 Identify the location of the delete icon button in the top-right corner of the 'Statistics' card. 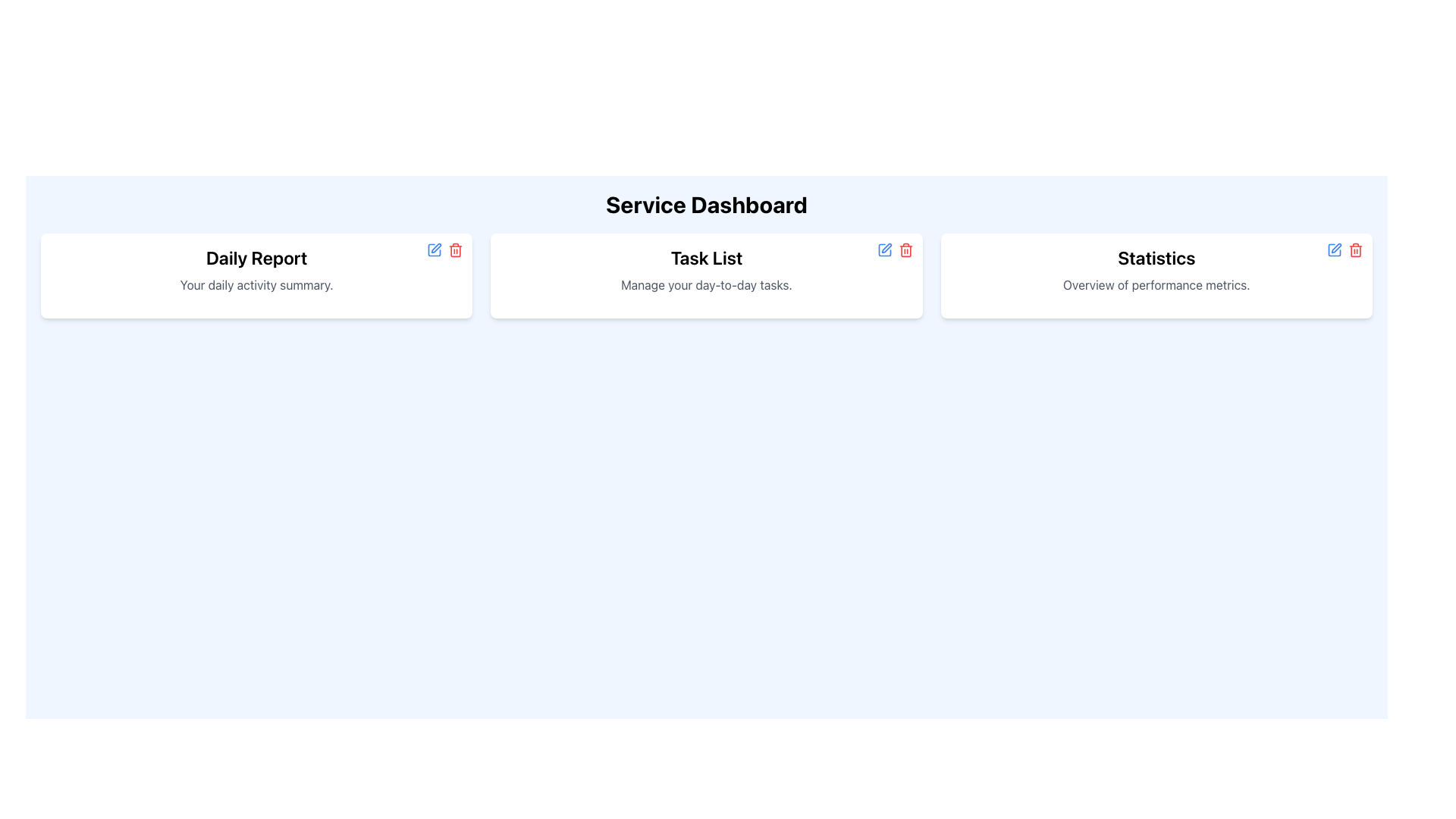
(1345, 249).